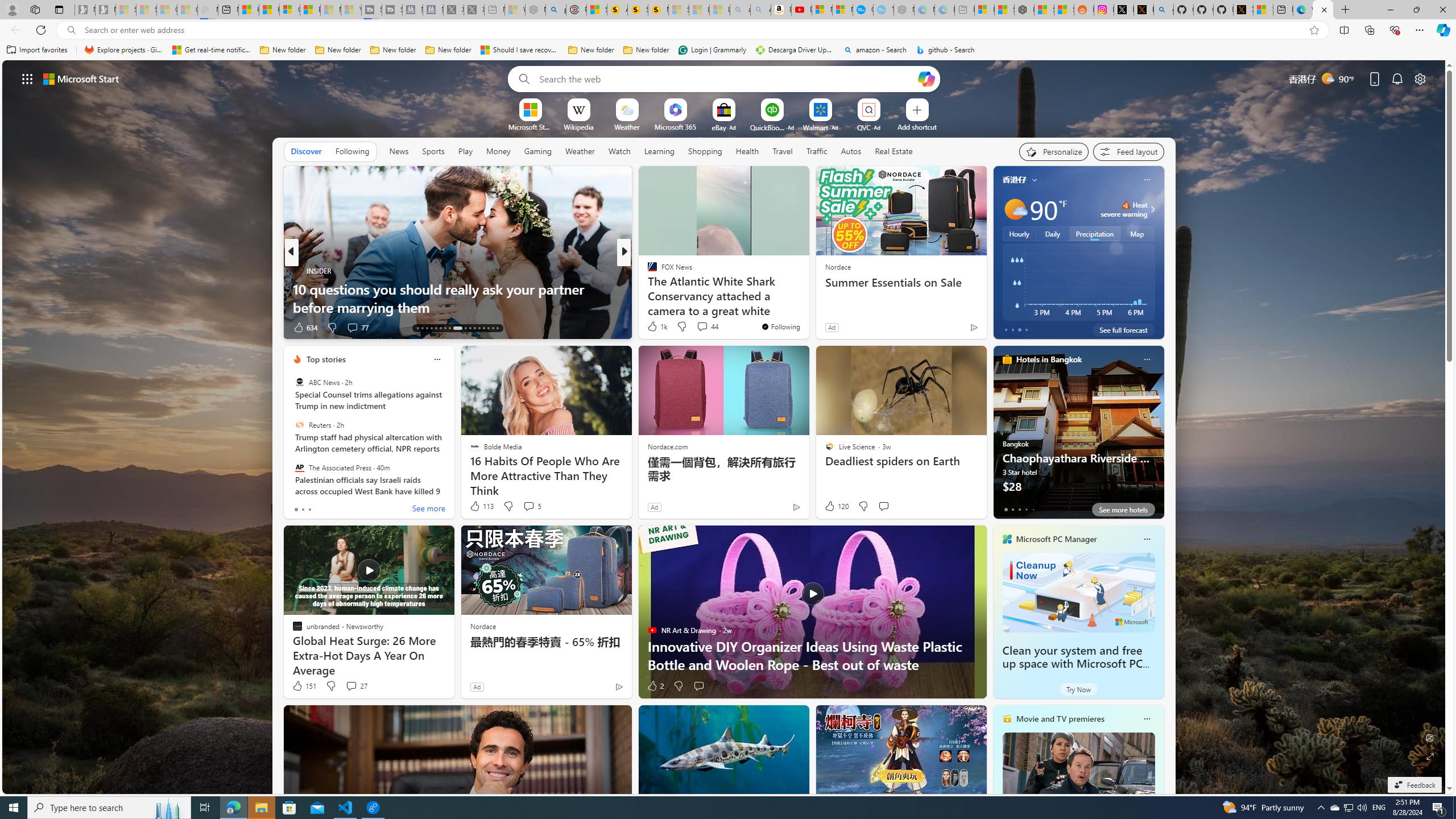  I want to click on 'View comments 5 Comment', so click(531, 505).